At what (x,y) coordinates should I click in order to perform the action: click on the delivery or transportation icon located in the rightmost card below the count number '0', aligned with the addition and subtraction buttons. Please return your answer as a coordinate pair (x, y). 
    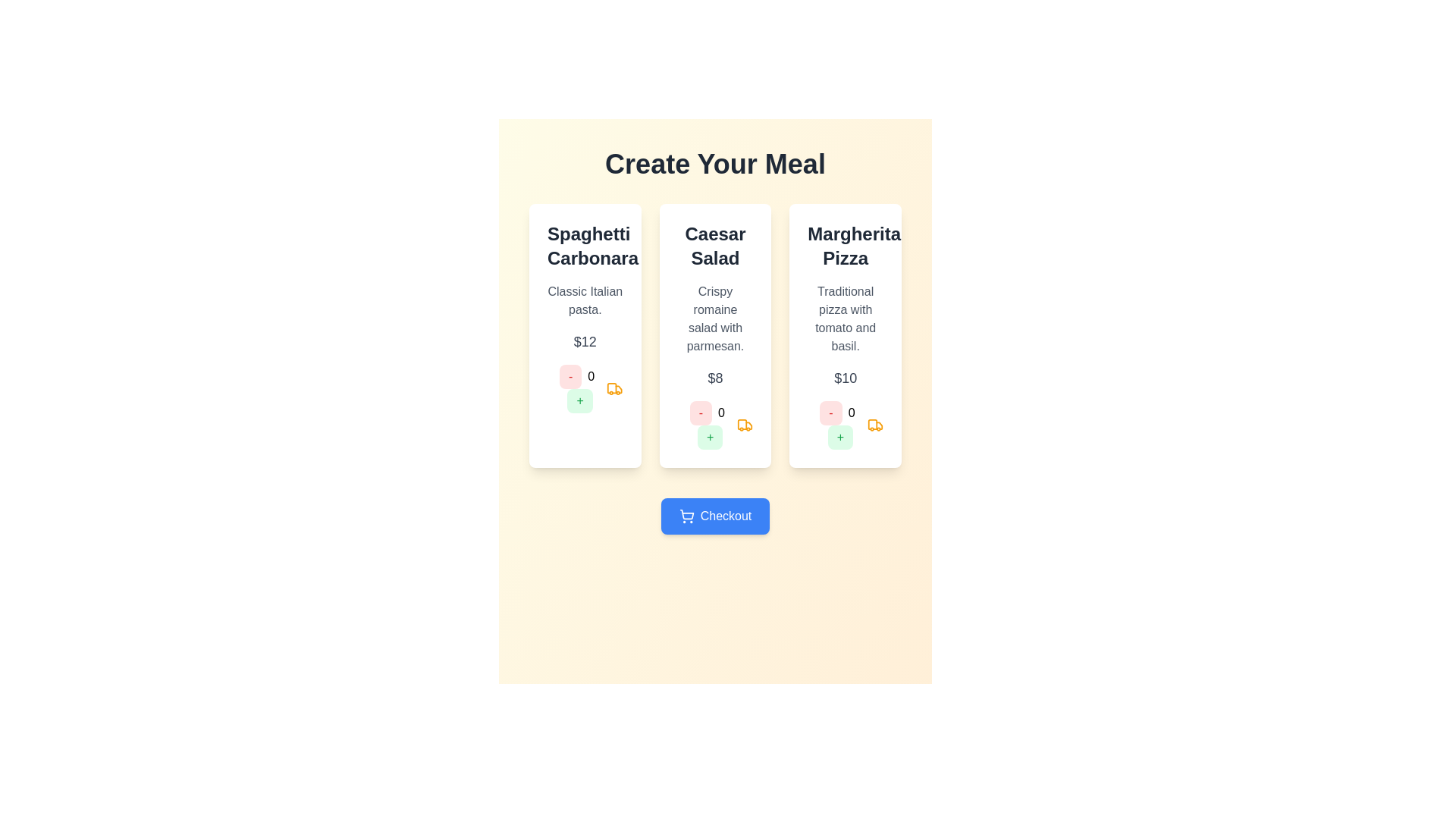
    Looking at the image, I should click on (875, 425).